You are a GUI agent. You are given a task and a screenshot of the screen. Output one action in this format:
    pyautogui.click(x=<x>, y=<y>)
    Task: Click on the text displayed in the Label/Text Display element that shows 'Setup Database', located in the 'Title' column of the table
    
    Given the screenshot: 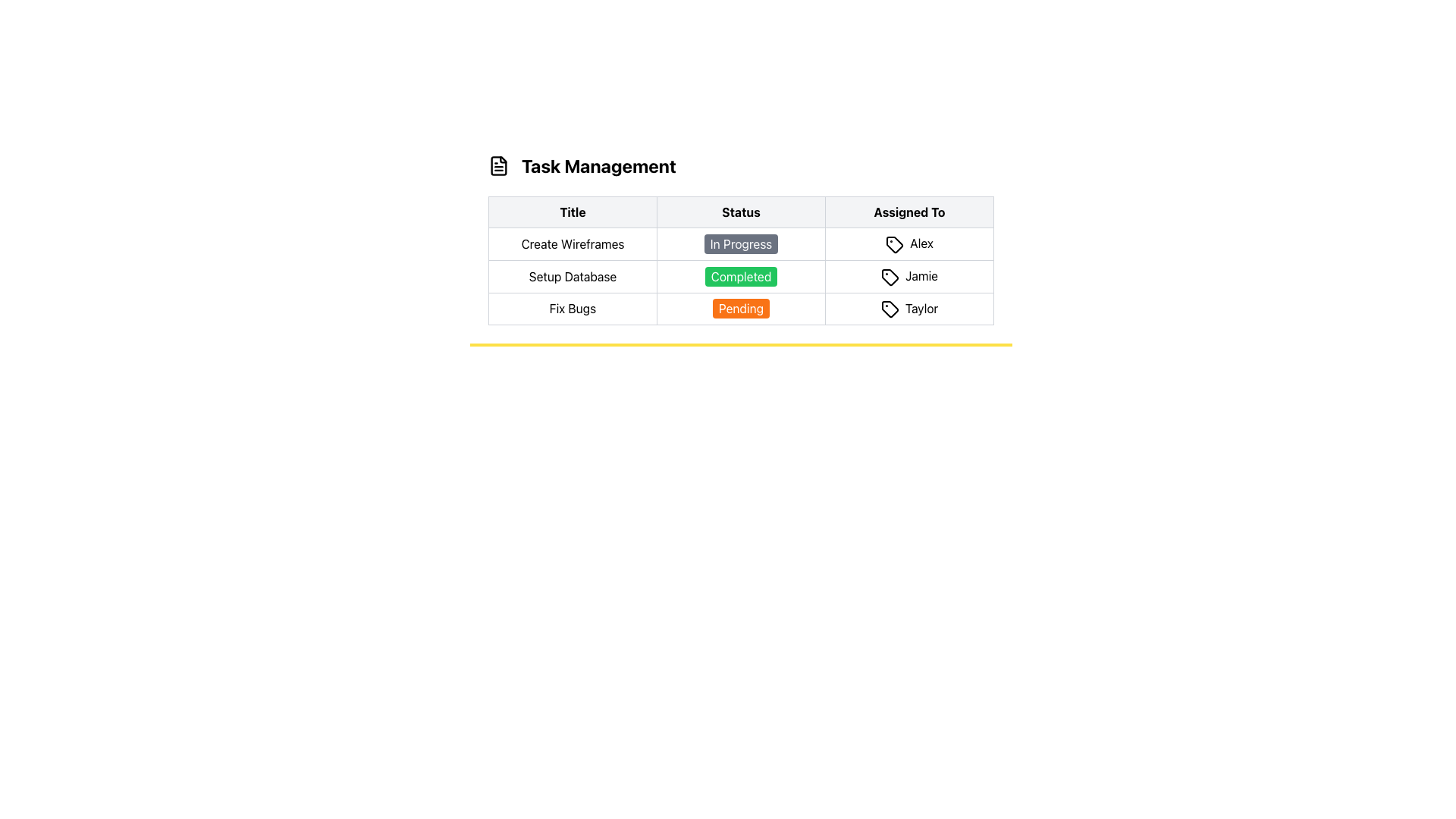 What is the action you would take?
    pyautogui.click(x=572, y=276)
    